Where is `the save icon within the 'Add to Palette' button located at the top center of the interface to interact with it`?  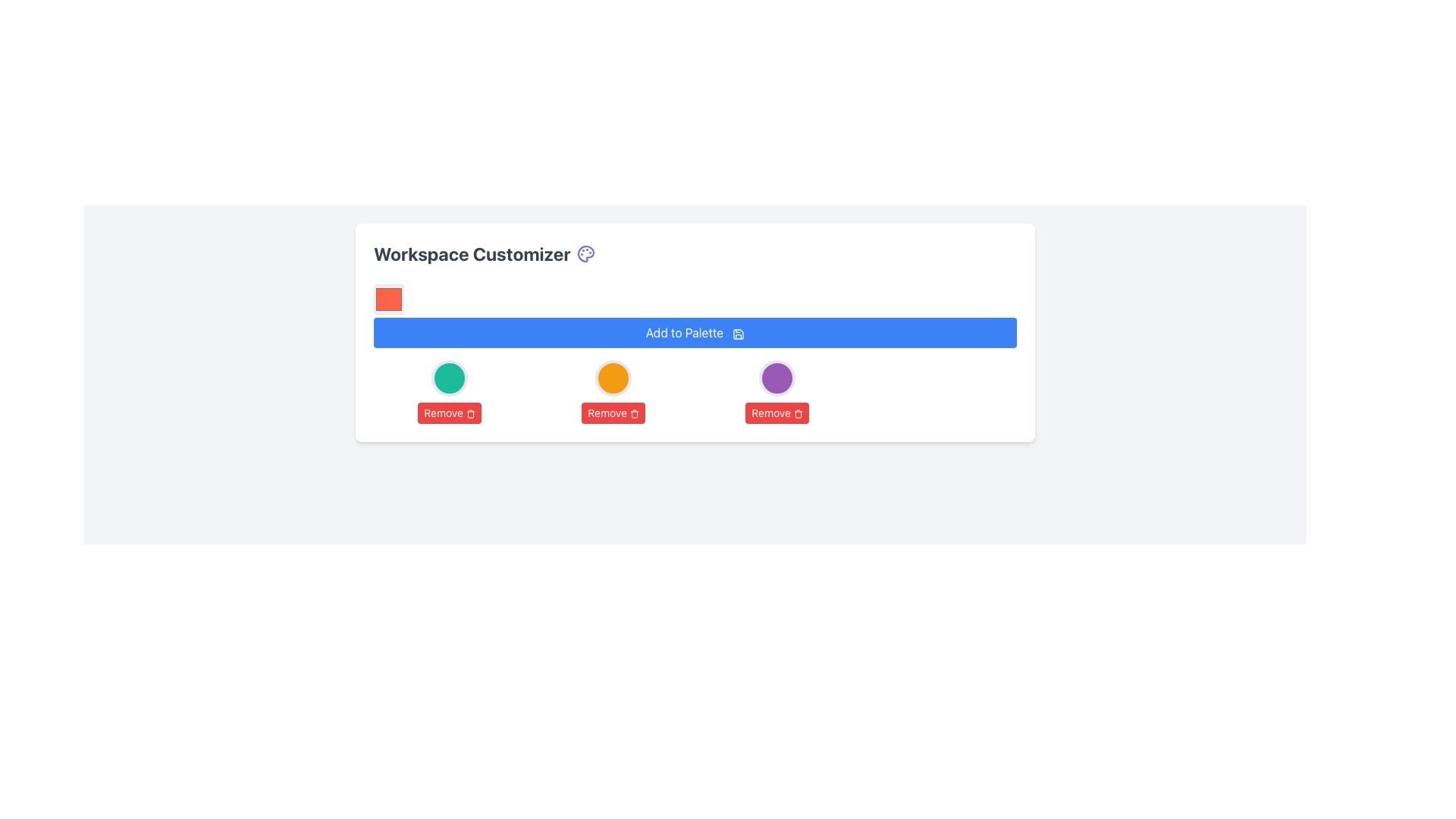 the save icon within the 'Add to Palette' button located at the top center of the interface to interact with it is located at coordinates (739, 333).